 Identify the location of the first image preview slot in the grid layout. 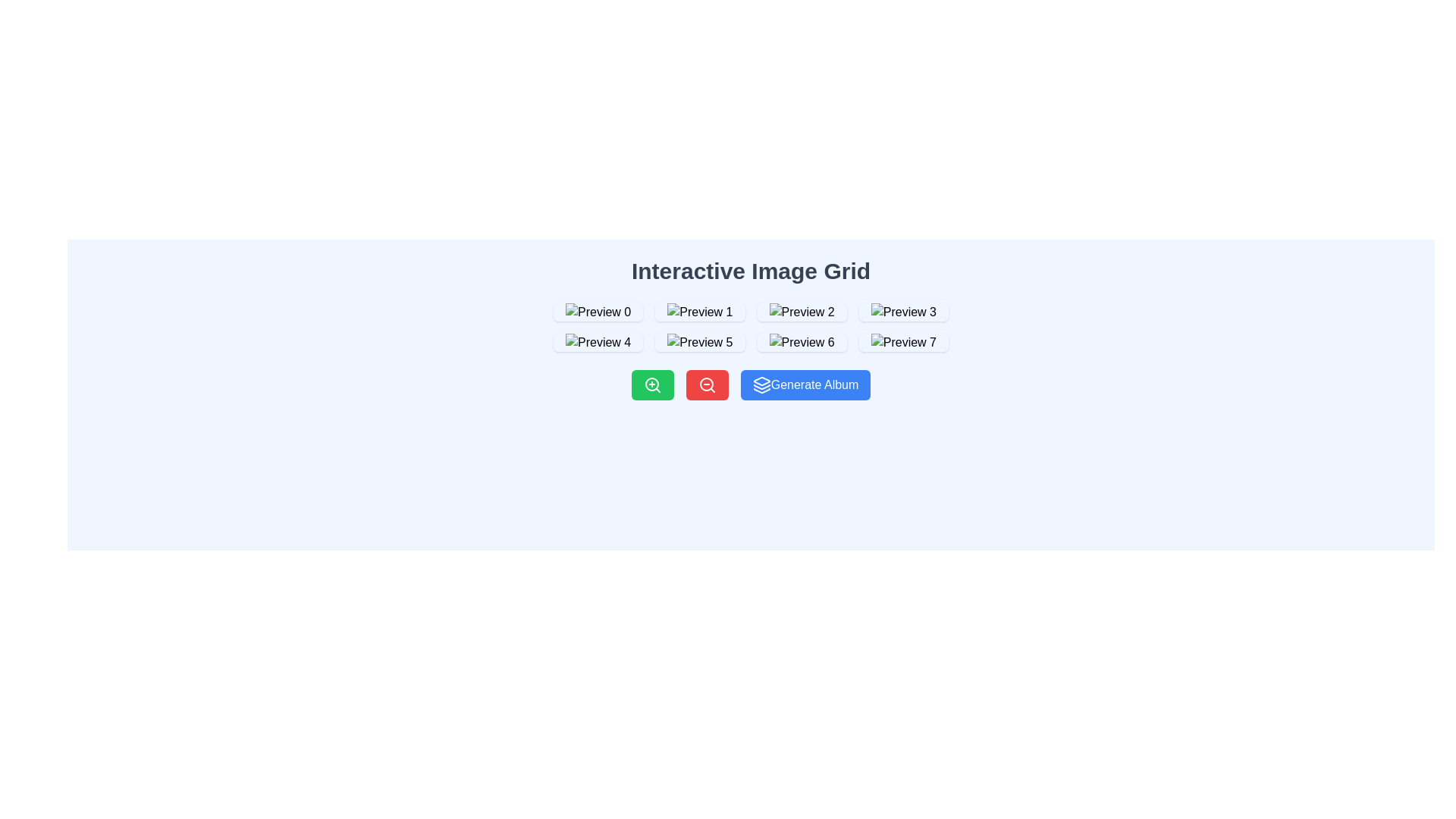
(598, 312).